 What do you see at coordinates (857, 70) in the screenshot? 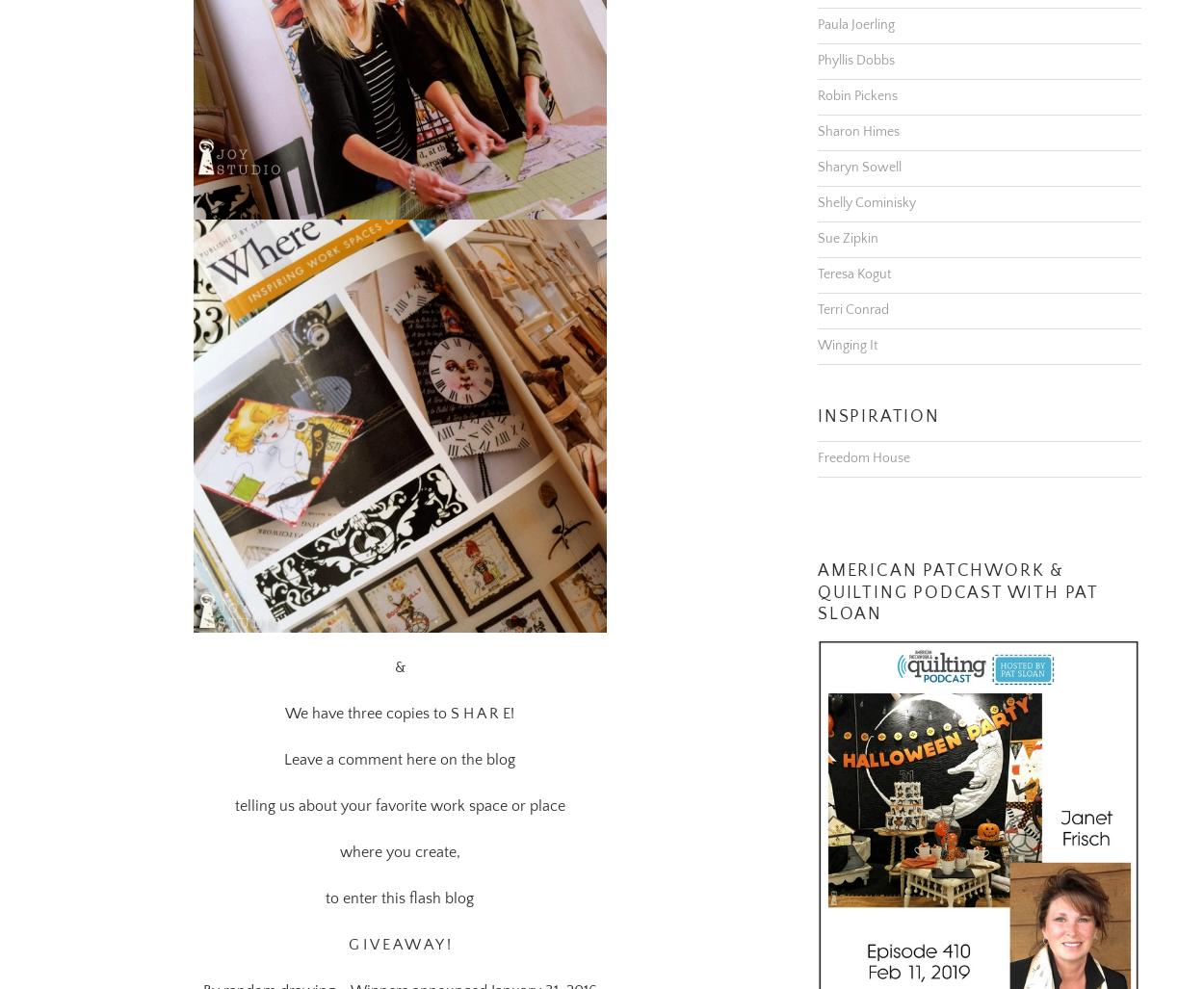
I see `'Robin Pickens'` at bounding box center [857, 70].